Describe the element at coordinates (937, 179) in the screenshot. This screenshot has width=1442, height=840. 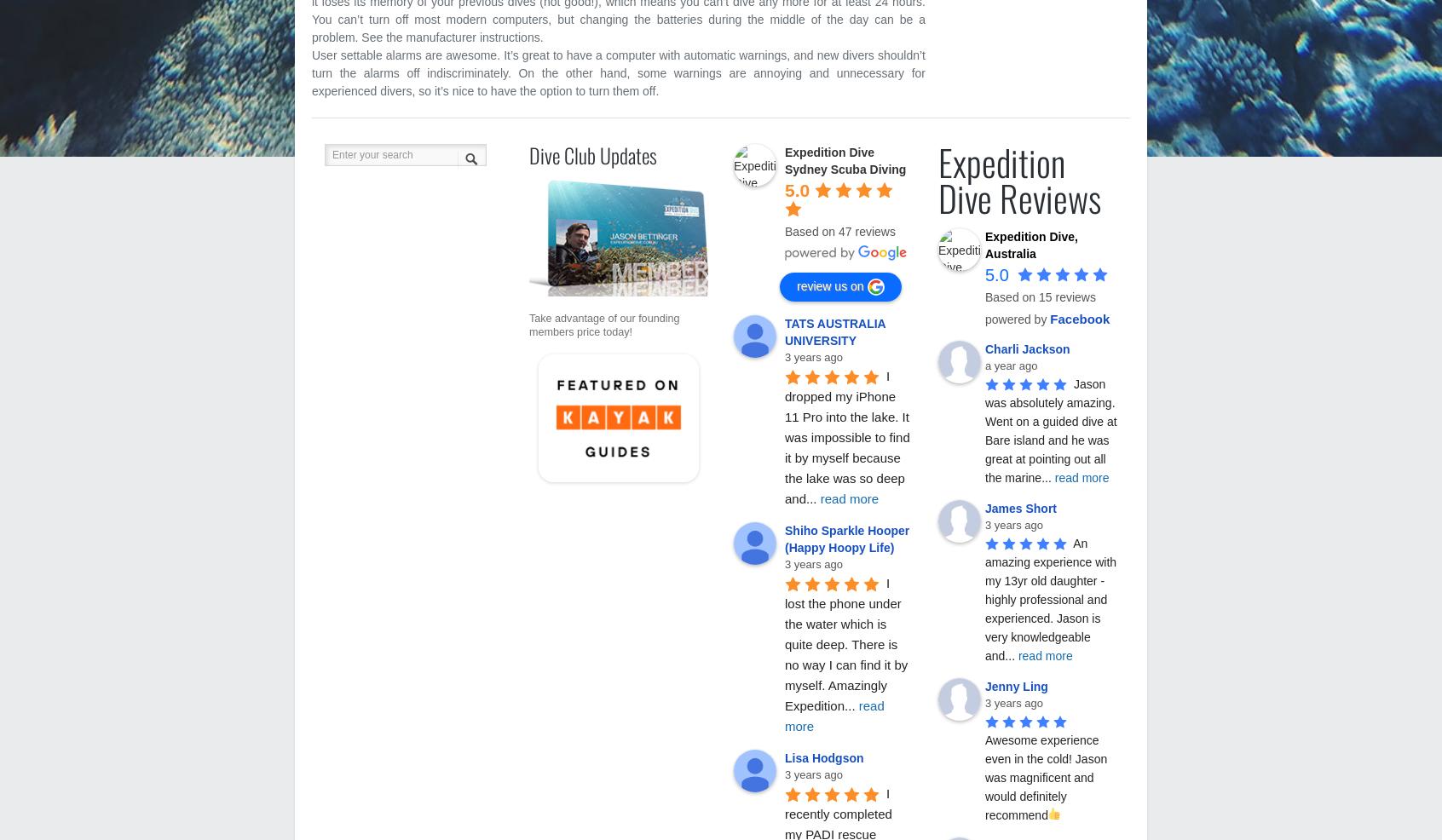
I see `'Expedition Dive Reviews'` at that location.